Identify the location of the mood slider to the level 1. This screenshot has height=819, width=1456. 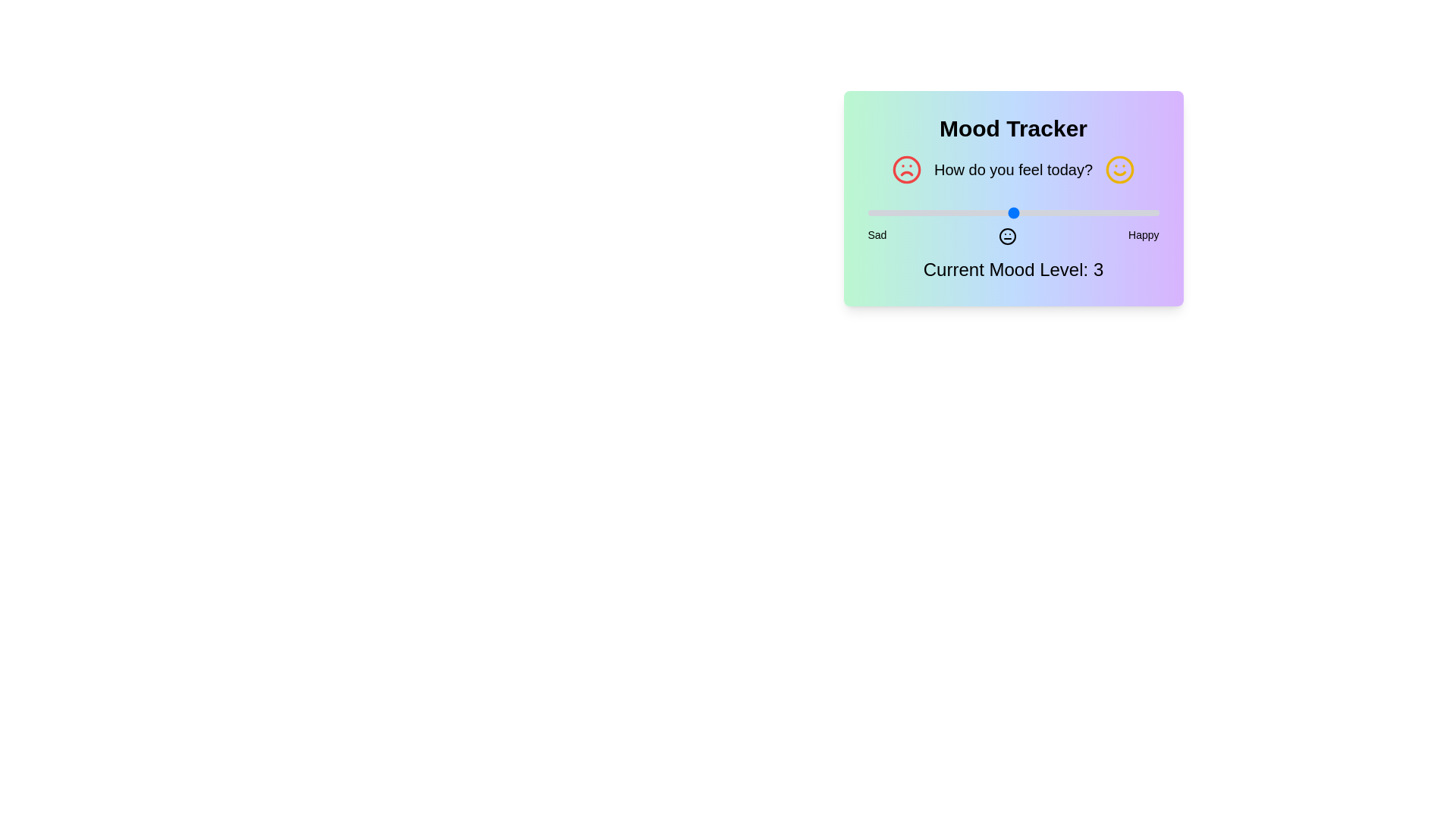
(868, 213).